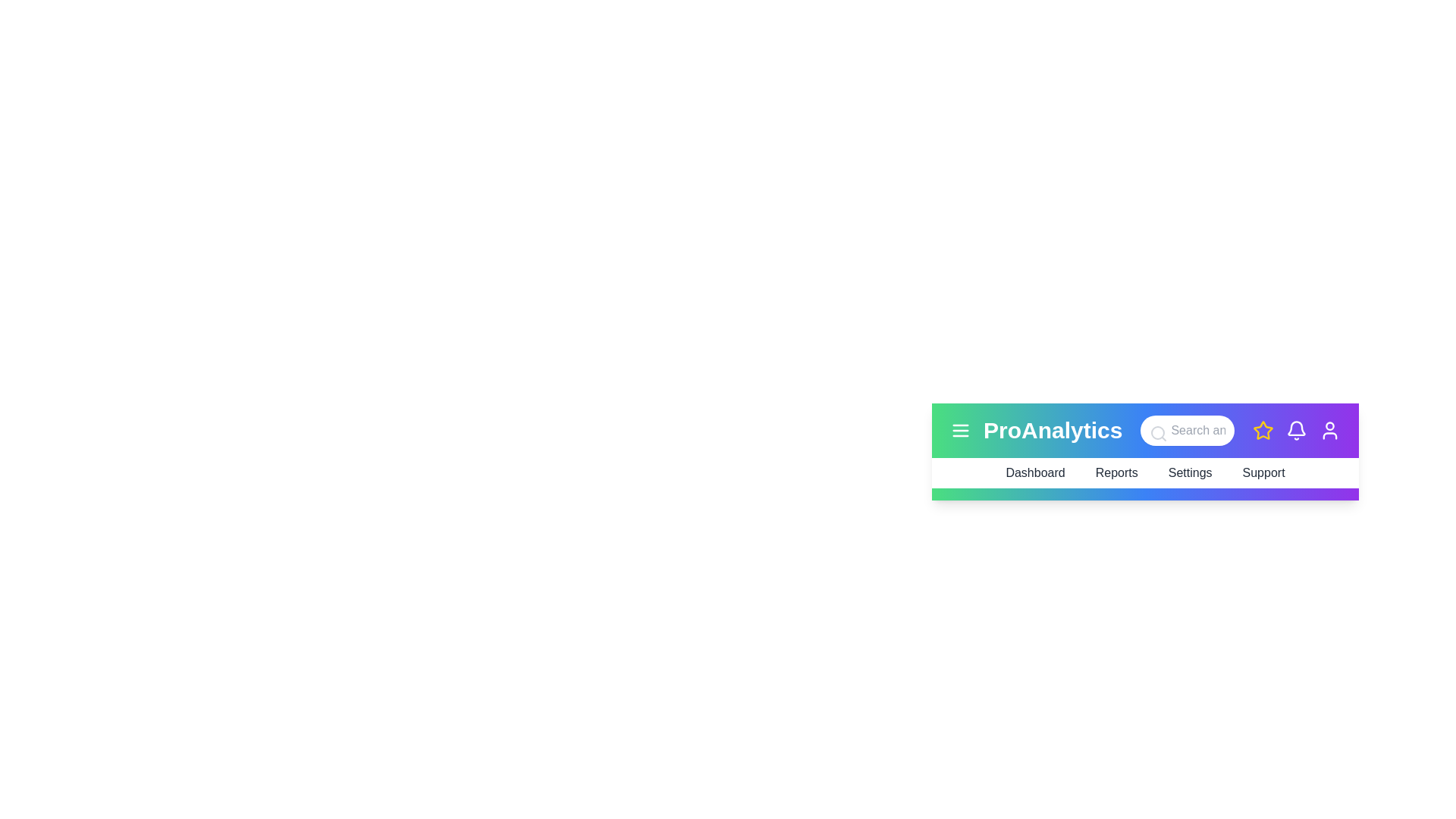 This screenshot has width=1456, height=819. I want to click on the notification bell icon, so click(1295, 430).